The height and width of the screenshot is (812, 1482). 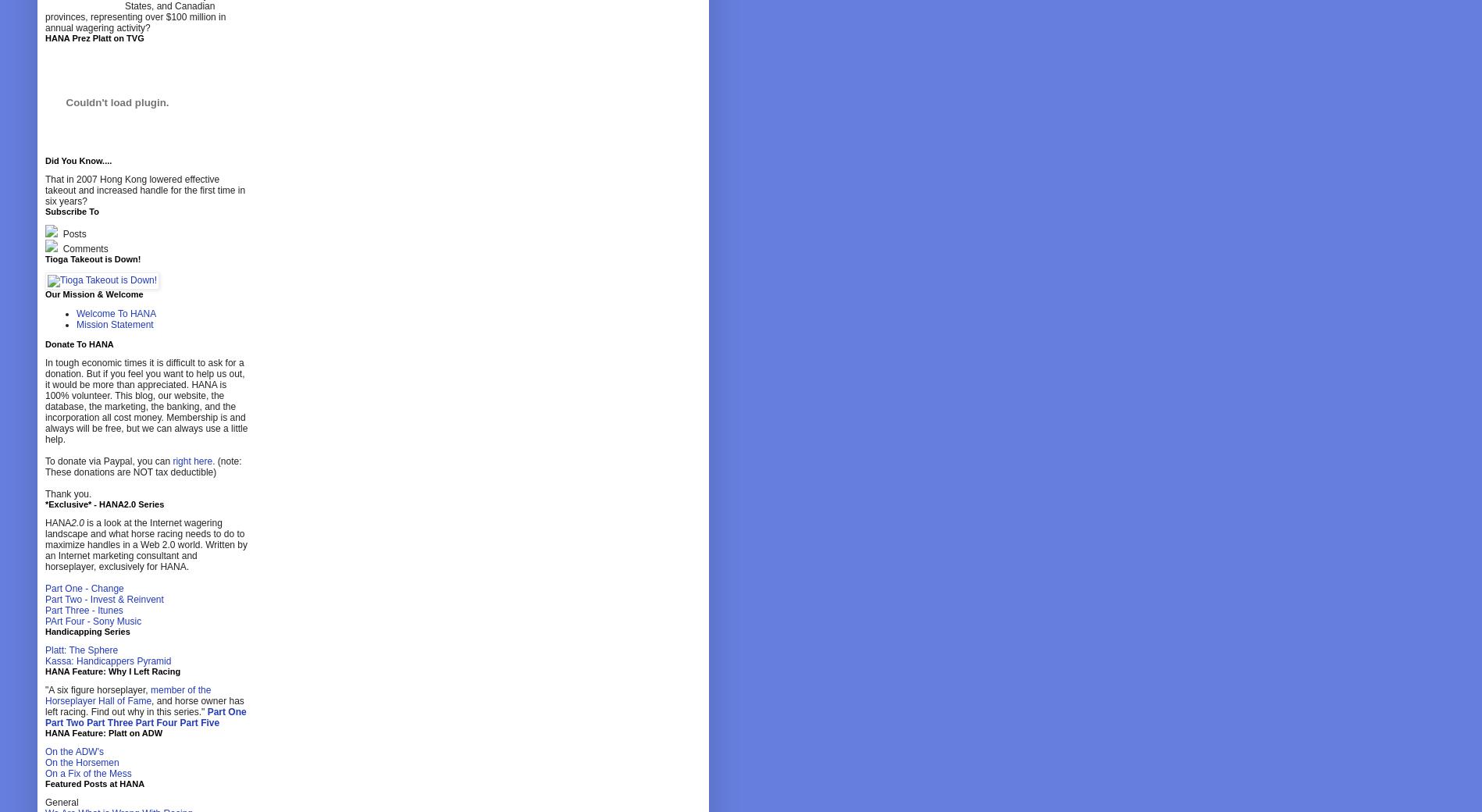 What do you see at coordinates (126, 694) in the screenshot?
I see `'member of the Horseplayer Hall of Fame'` at bounding box center [126, 694].